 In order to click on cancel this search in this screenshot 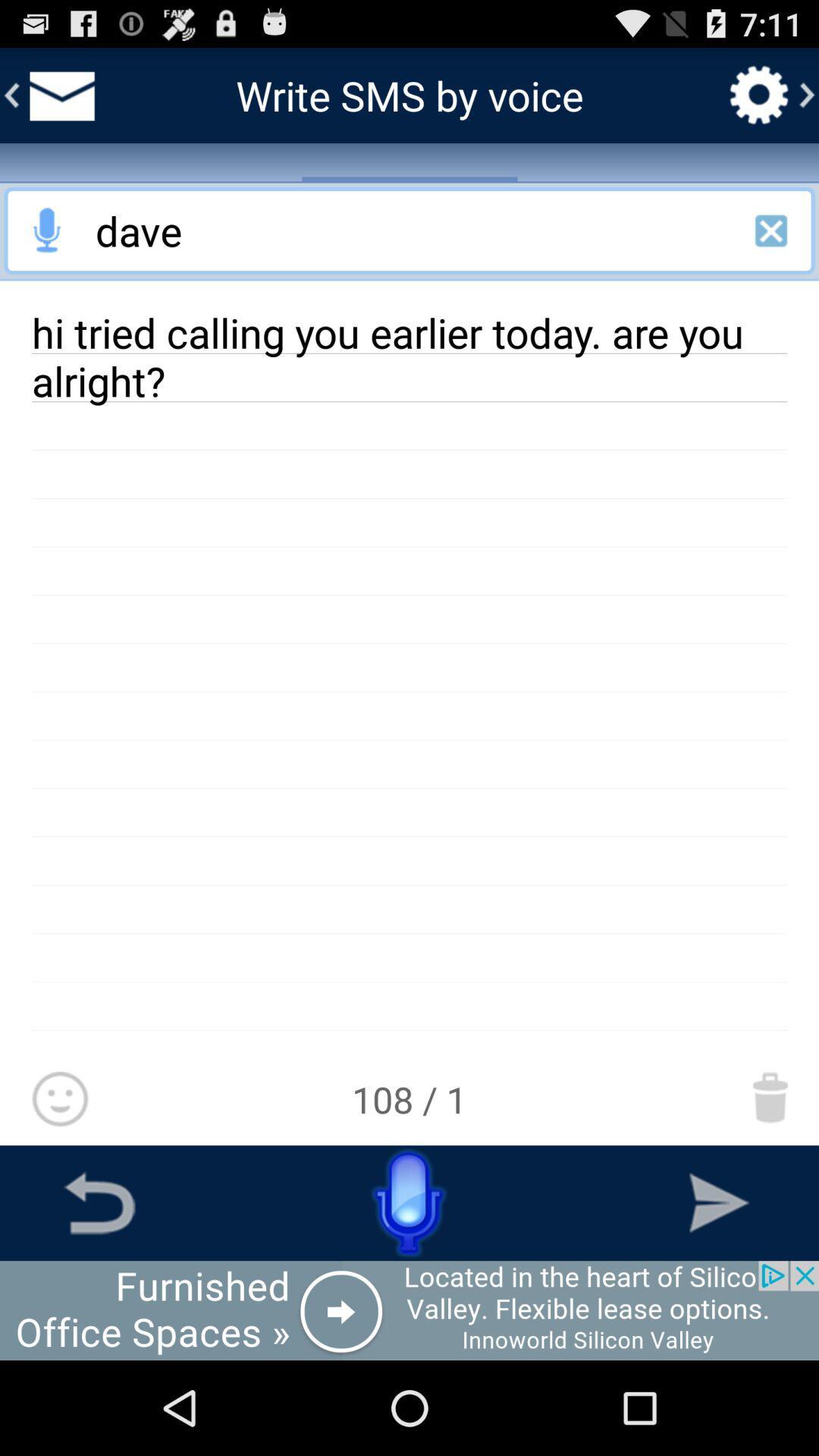, I will do `click(771, 230)`.